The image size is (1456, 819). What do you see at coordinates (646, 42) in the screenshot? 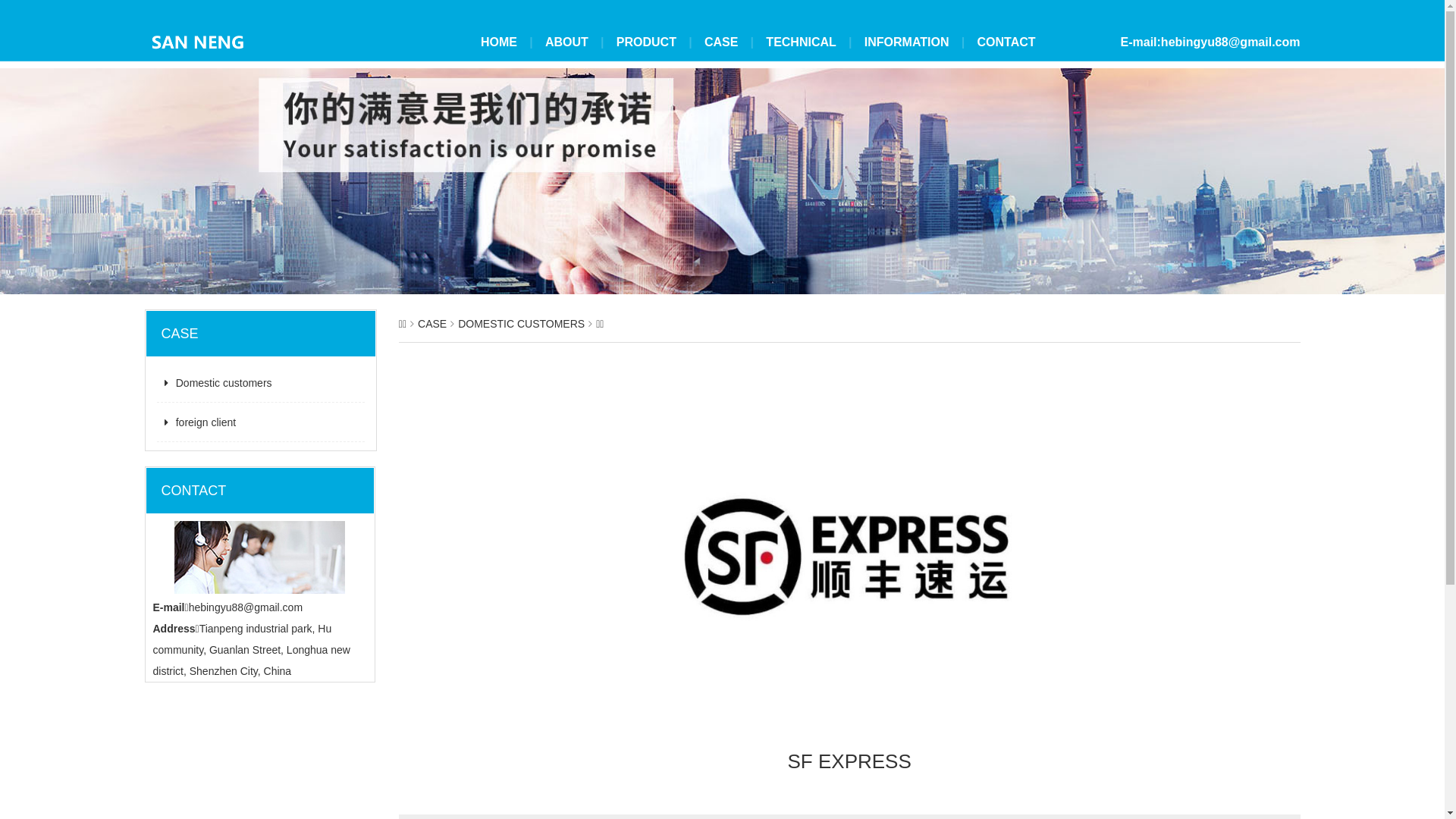
I see `'PRODUCT'` at bounding box center [646, 42].